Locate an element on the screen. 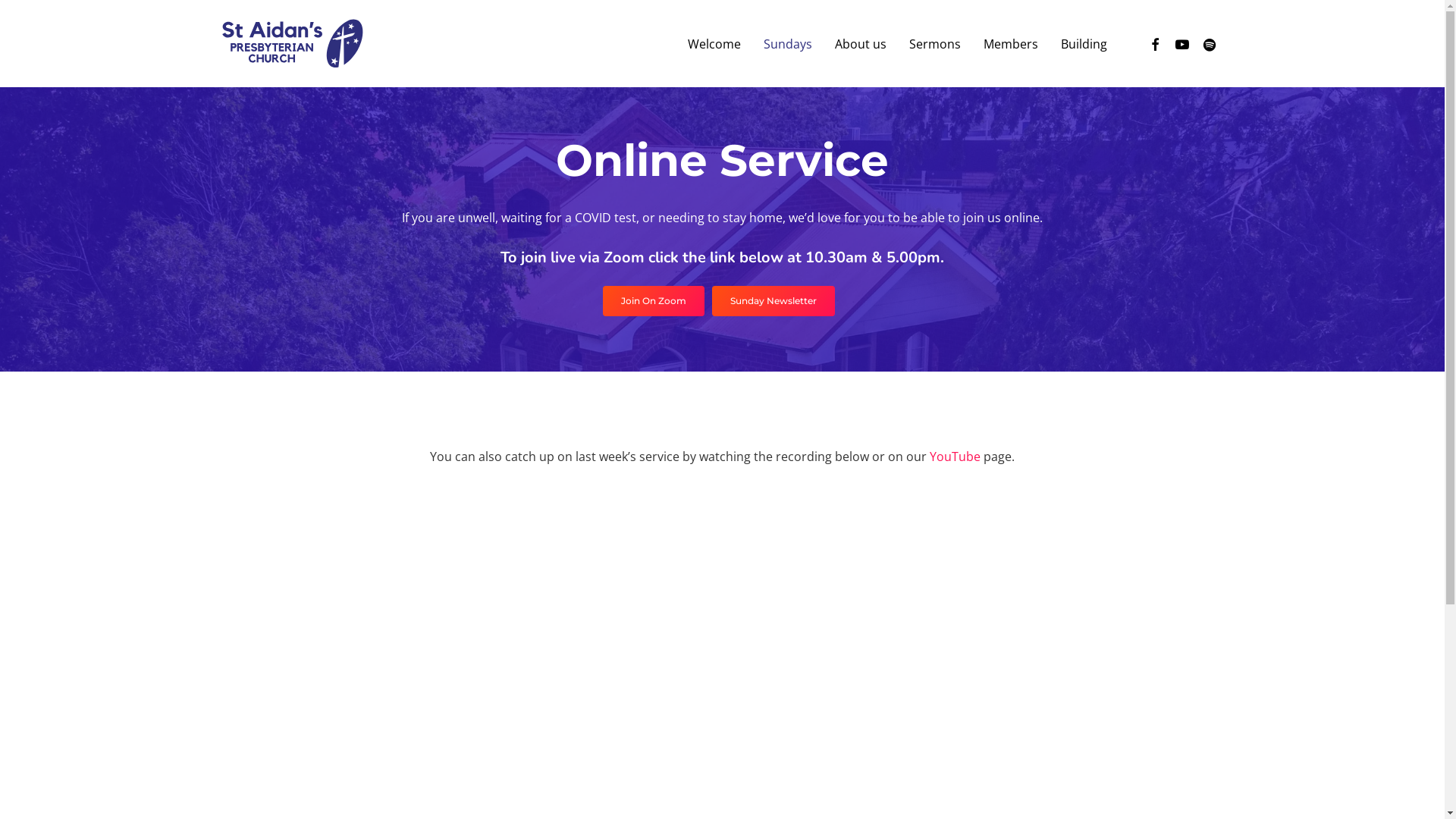 This screenshot has height=819, width=1456. 'About us' is located at coordinates (860, 42).